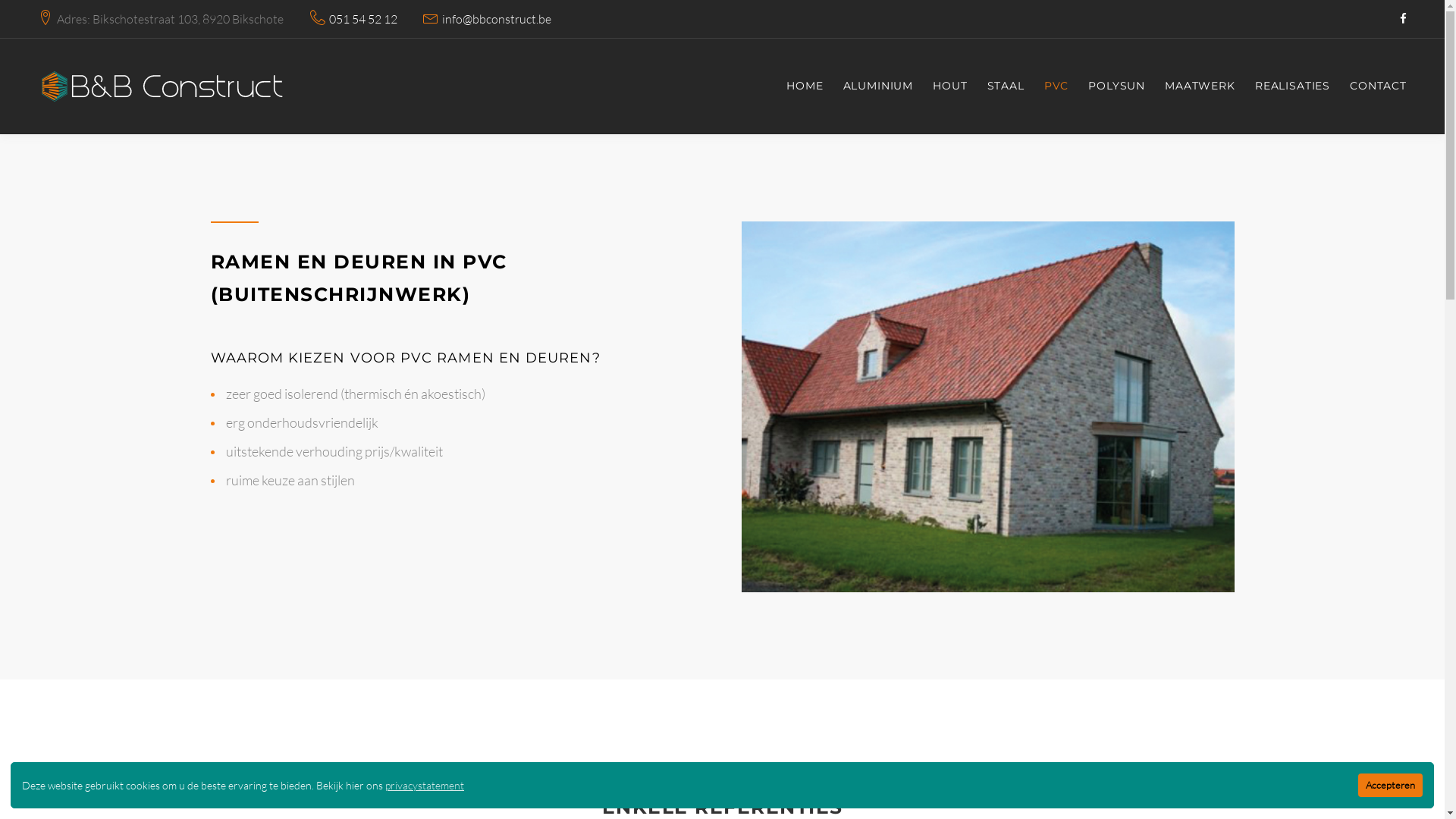 This screenshot has height=819, width=1456. What do you see at coordinates (1043, 86) in the screenshot?
I see `'PVC'` at bounding box center [1043, 86].